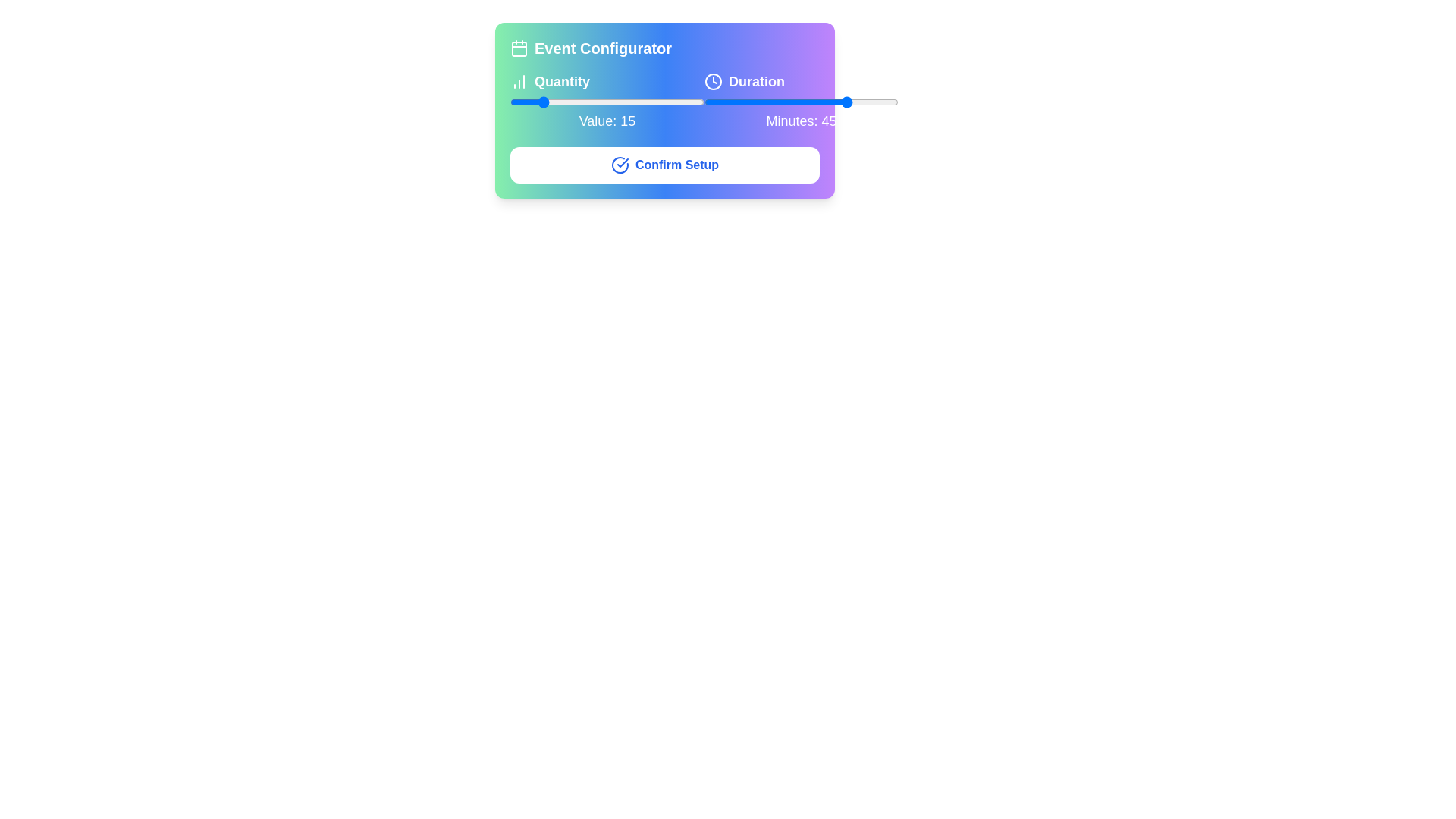  I want to click on duration, so click(810, 102).